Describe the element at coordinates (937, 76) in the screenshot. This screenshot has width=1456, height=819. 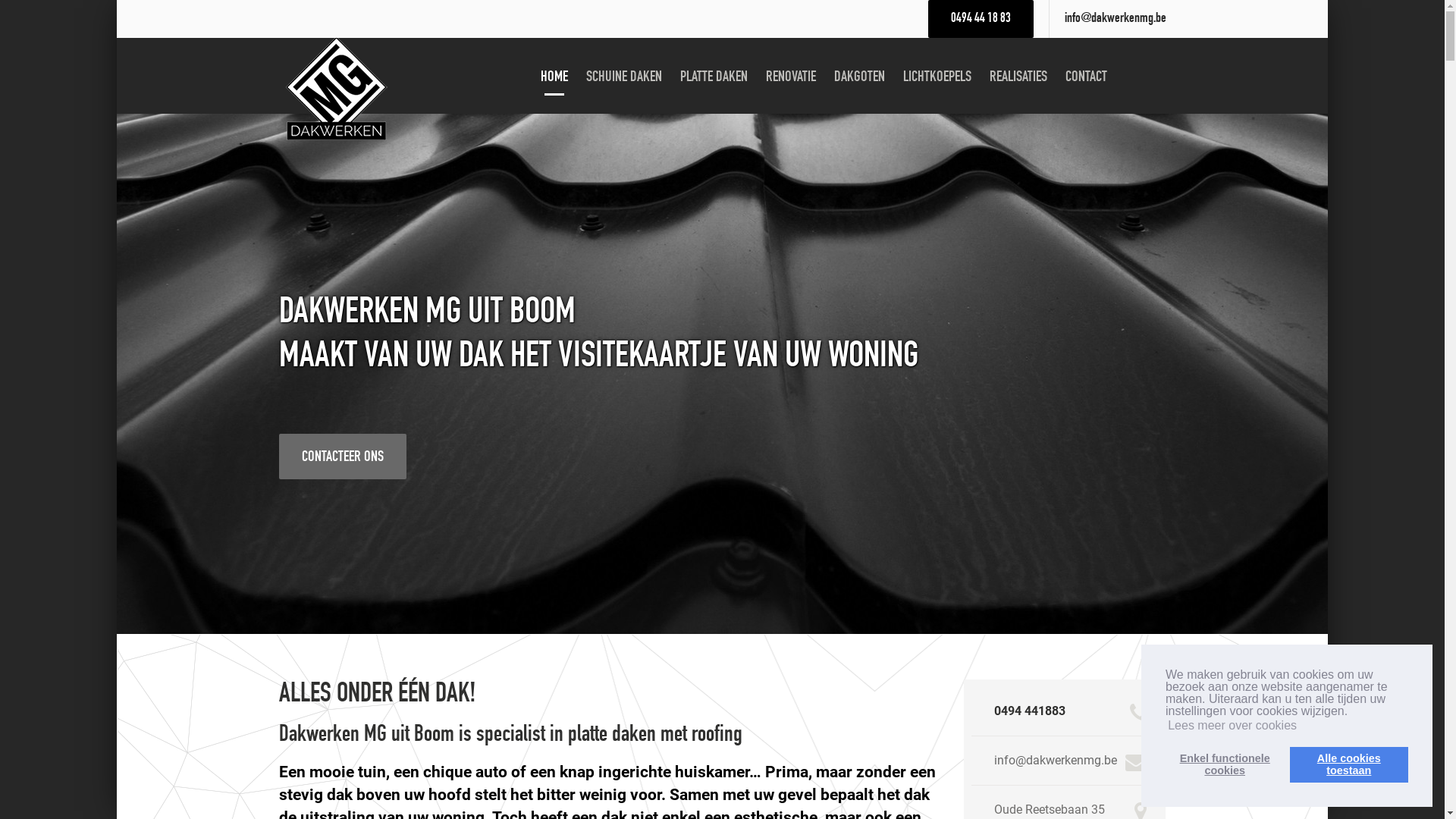
I see `'LICHTKOEPELS'` at that location.